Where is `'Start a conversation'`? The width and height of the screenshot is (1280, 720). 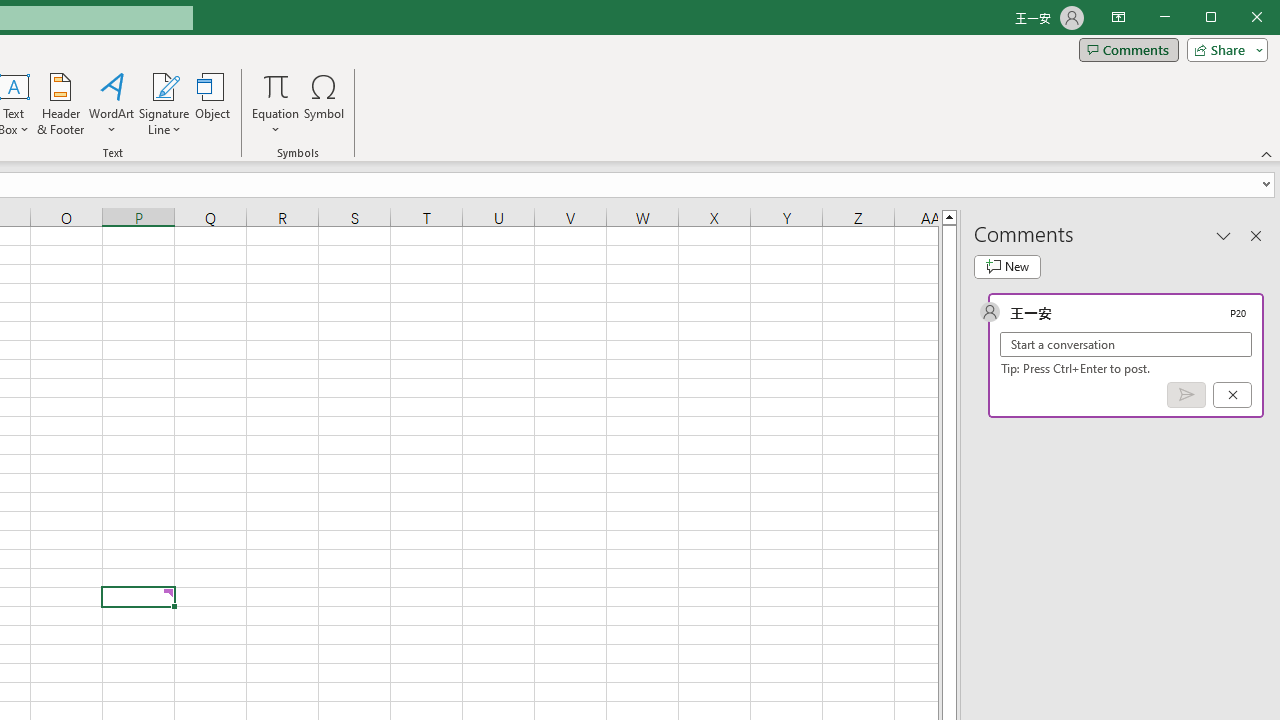 'Start a conversation' is located at coordinates (1126, 343).